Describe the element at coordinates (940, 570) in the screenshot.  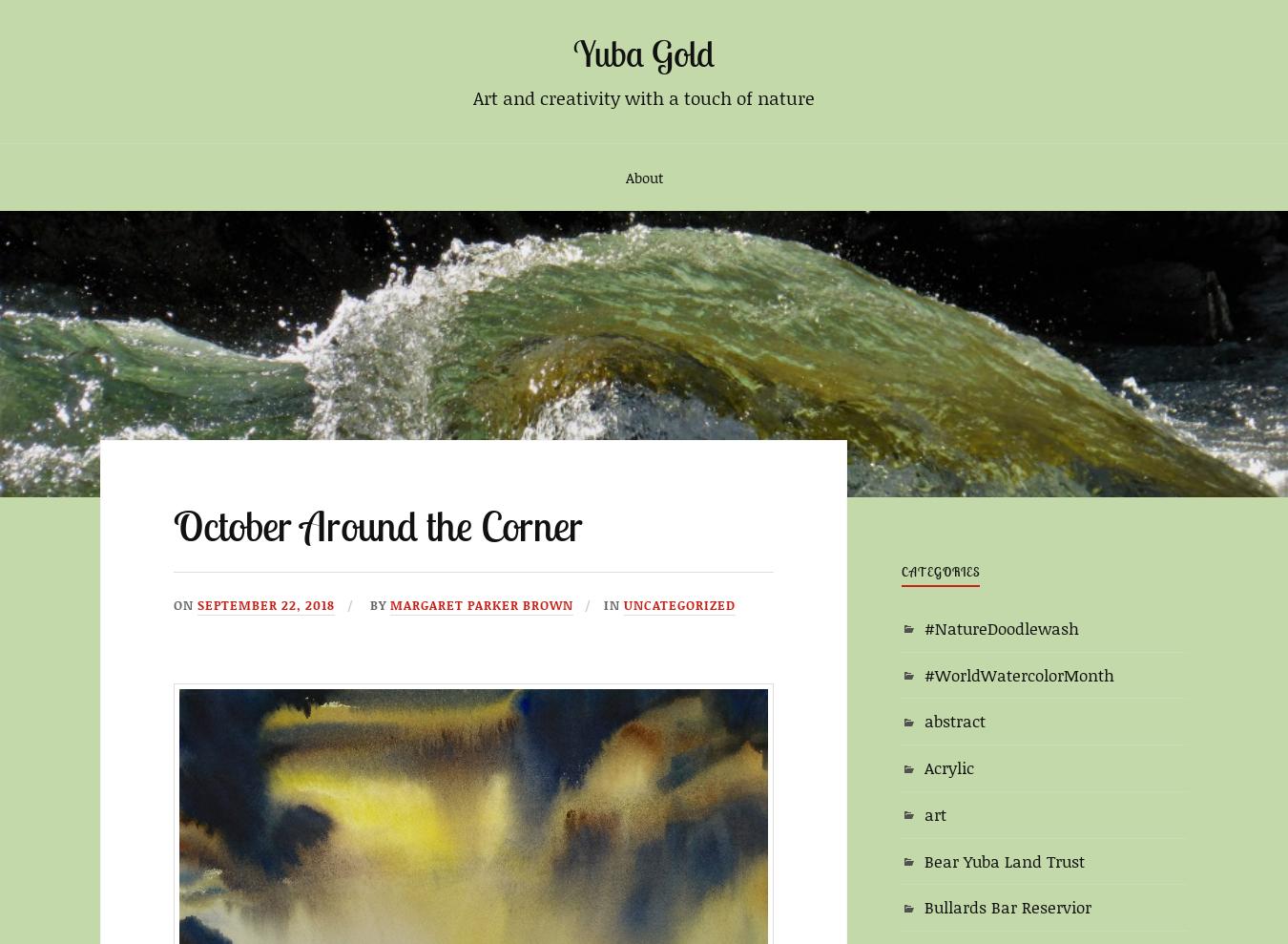
I see `'Categories'` at that location.